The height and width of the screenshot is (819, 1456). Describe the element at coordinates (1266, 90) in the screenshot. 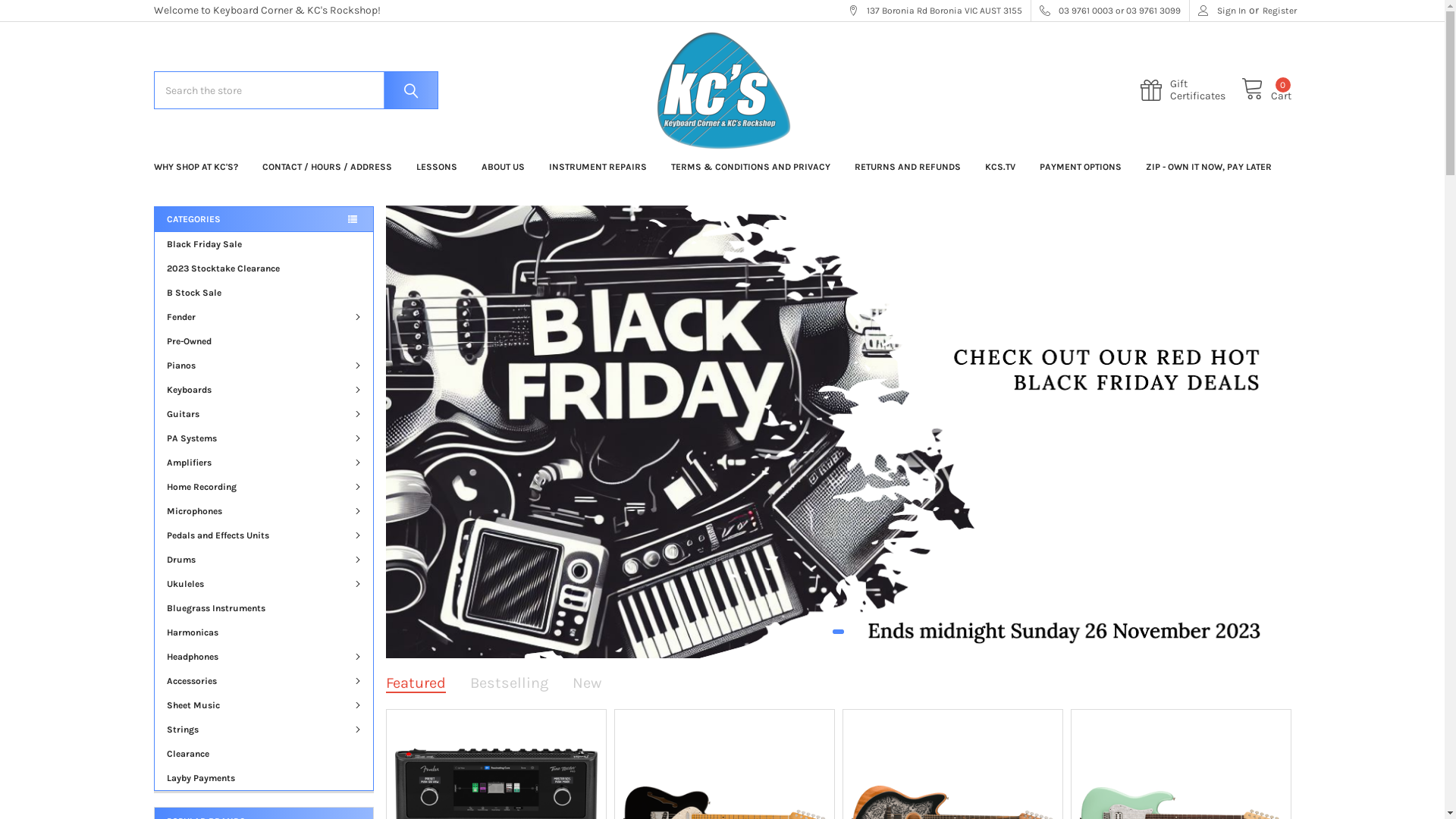

I see `'Cart` at that location.